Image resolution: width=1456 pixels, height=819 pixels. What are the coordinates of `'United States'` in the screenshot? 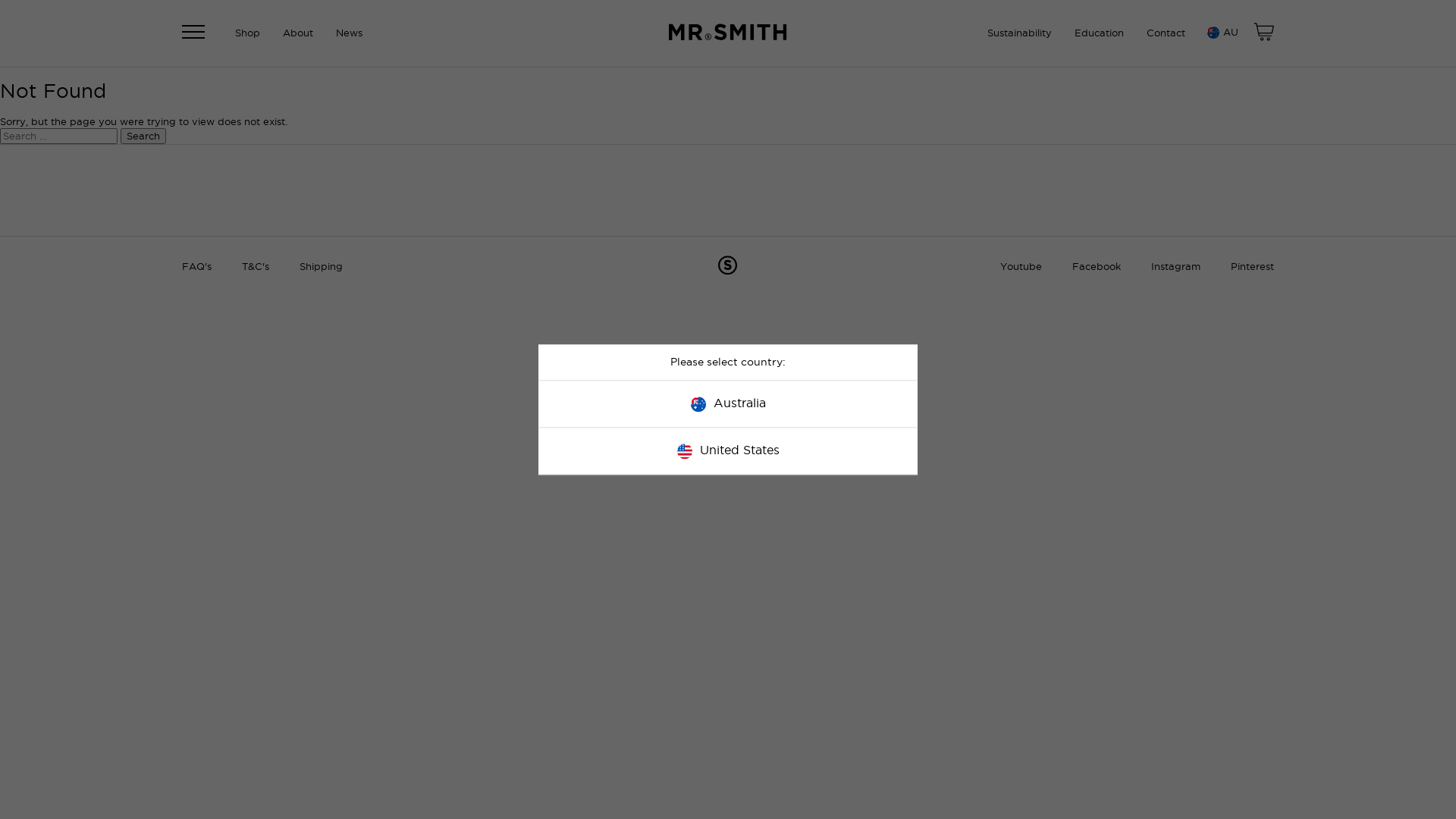 It's located at (728, 450).